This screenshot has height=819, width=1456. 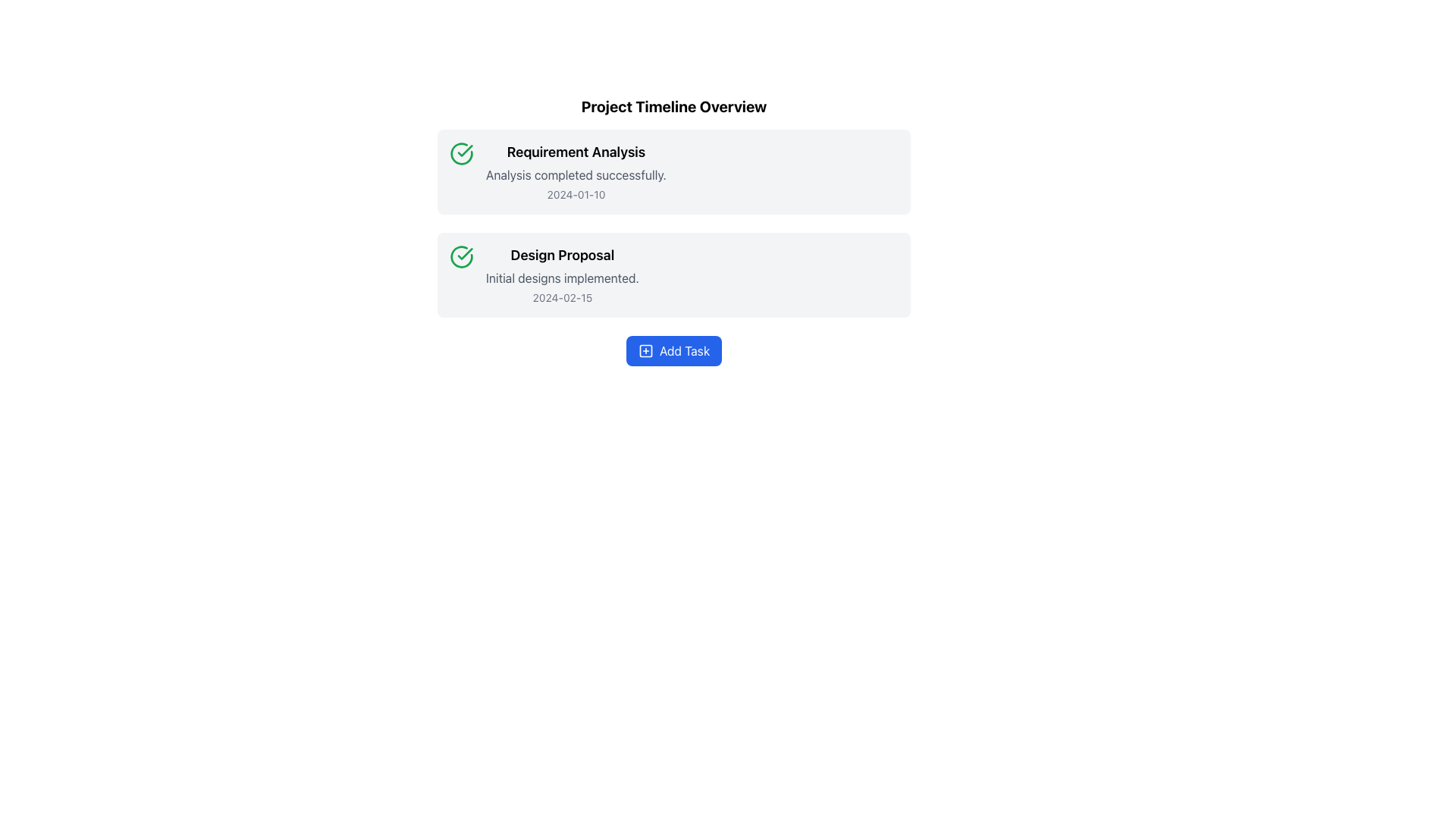 What do you see at coordinates (645, 350) in the screenshot?
I see `the 'Add Task' icon located immediately to the left of the text 'Add Task'` at bounding box center [645, 350].